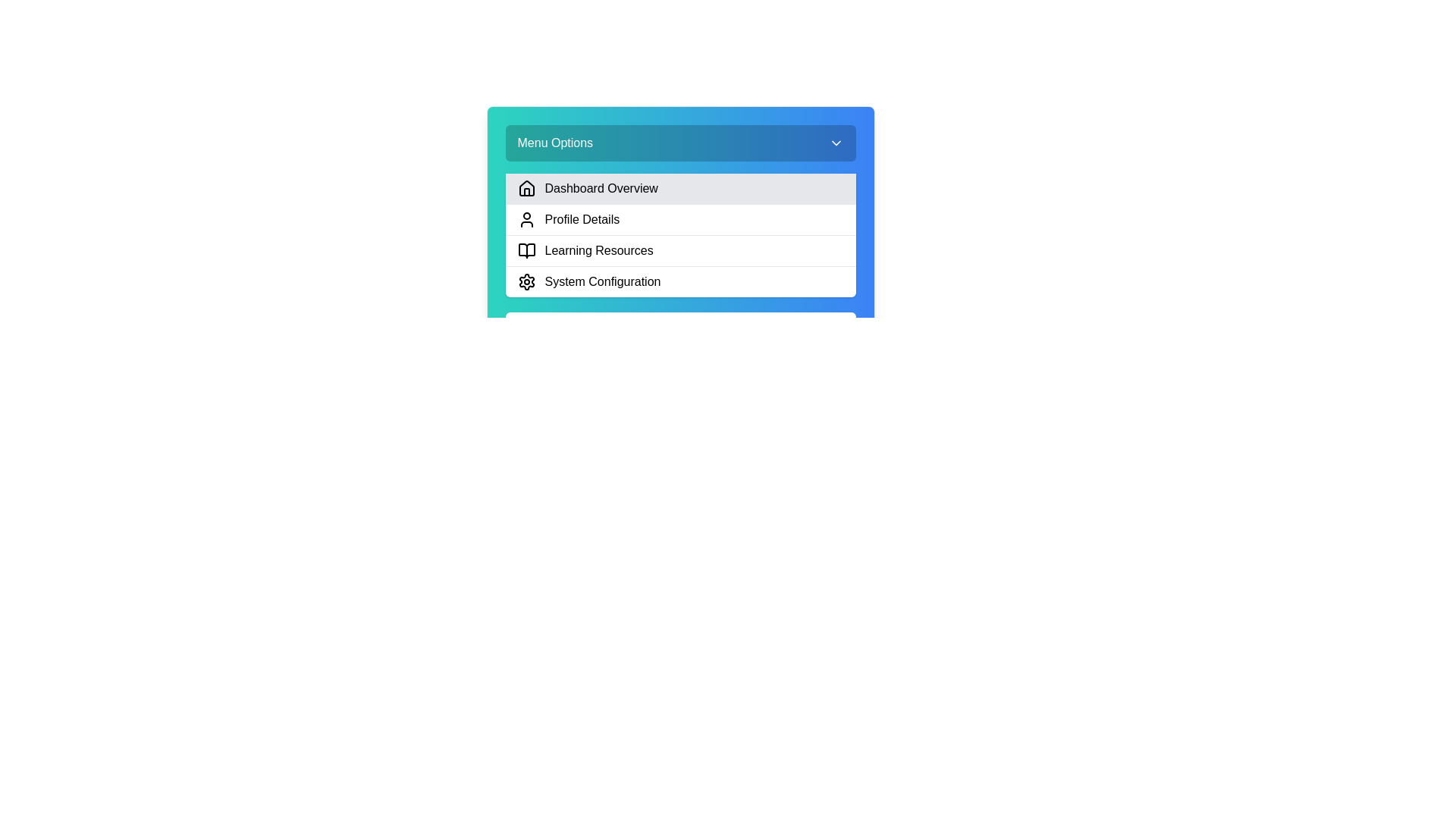  What do you see at coordinates (679, 239) in the screenshot?
I see `the third clickable menu item in the 'Menu Options' section` at bounding box center [679, 239].